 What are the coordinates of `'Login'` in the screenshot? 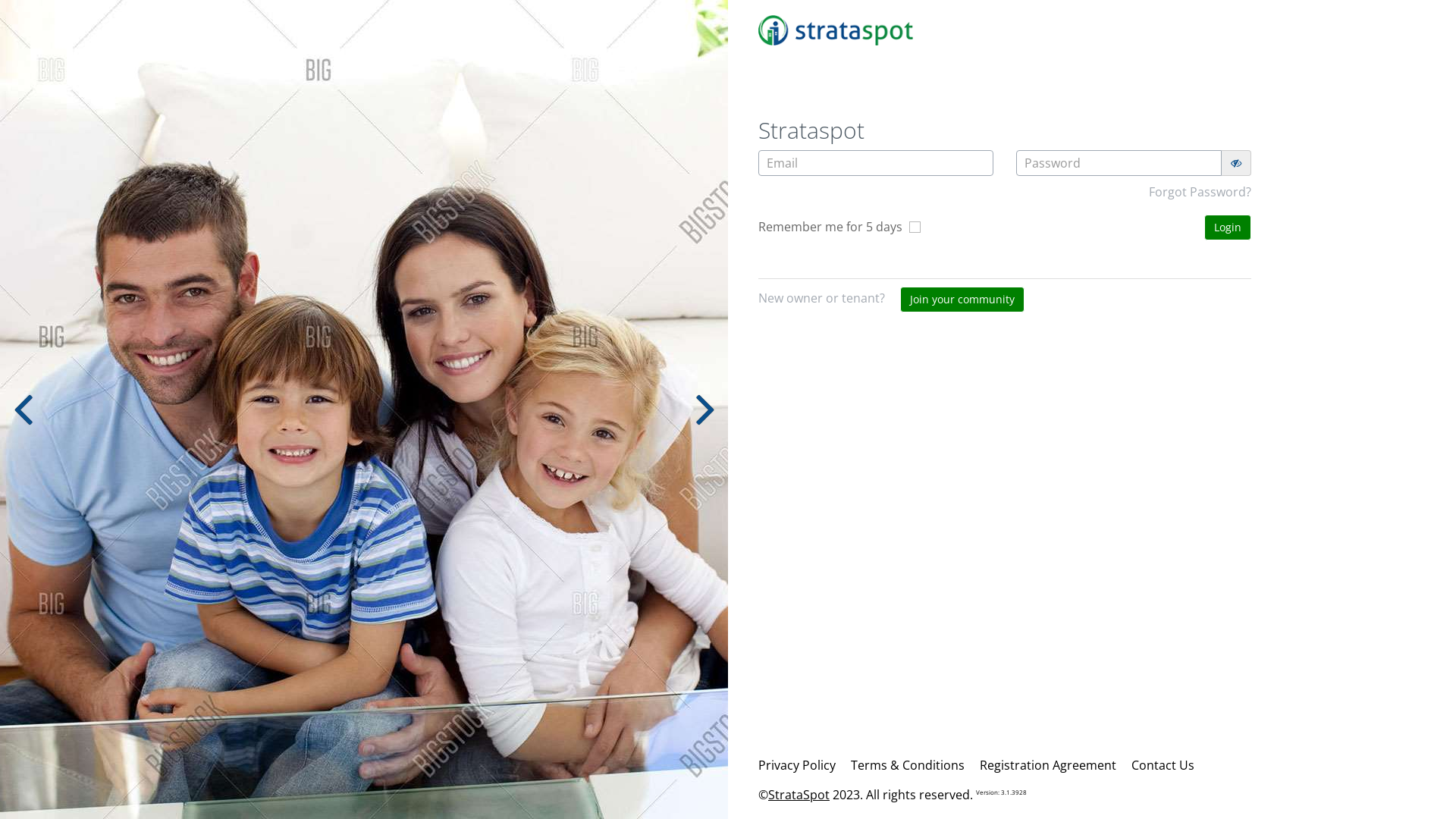 It's located at (1227, 227).